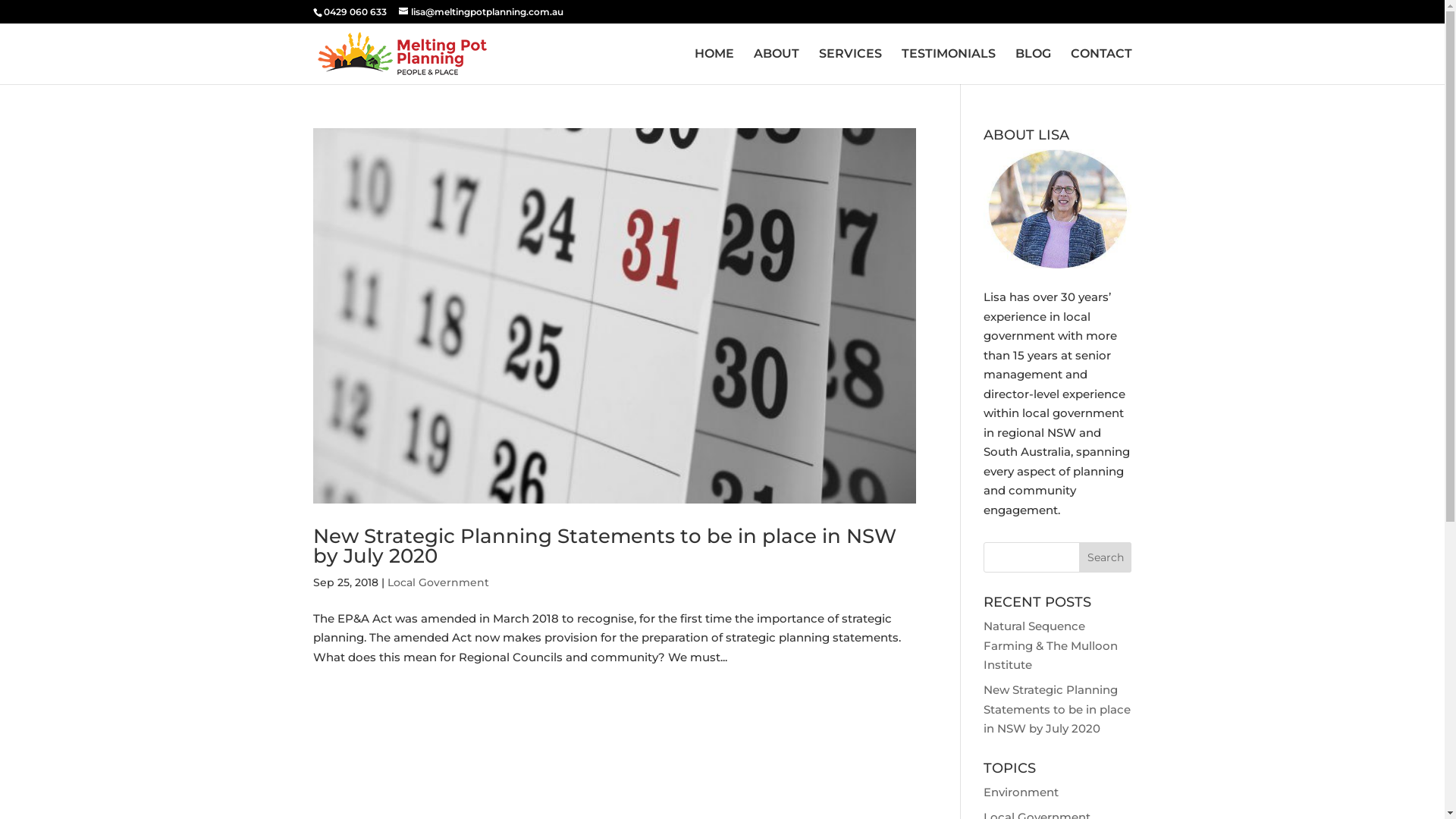 Image resolution: width=1456 pixels, height=819 pixels. What do you see at coordinates (436, 581) in the screenshot?
I see `'Local Government'` at bounding box center [436, 581].